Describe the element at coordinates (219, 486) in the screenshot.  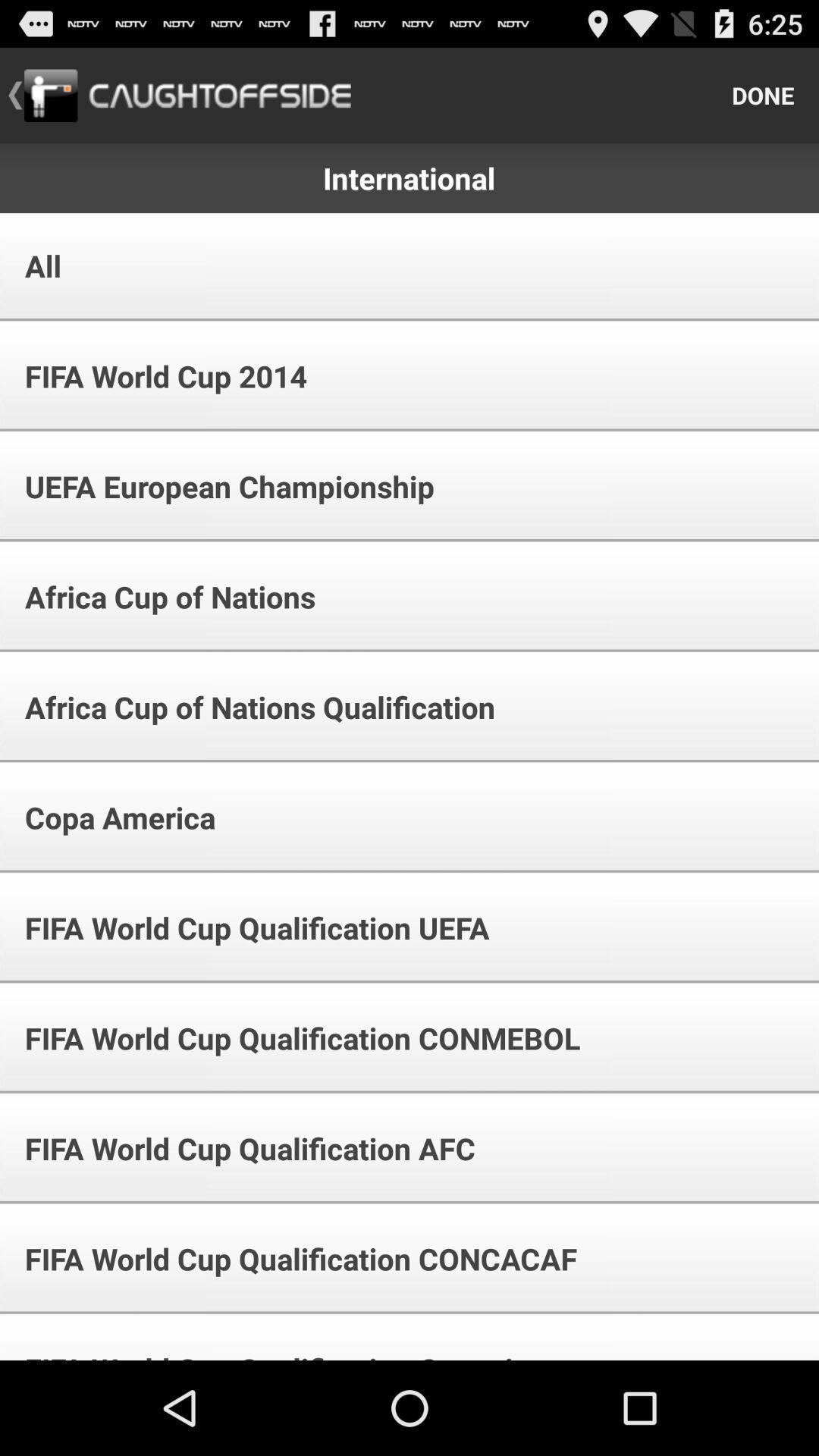
I see `the app above africa cup of icon` at that location.